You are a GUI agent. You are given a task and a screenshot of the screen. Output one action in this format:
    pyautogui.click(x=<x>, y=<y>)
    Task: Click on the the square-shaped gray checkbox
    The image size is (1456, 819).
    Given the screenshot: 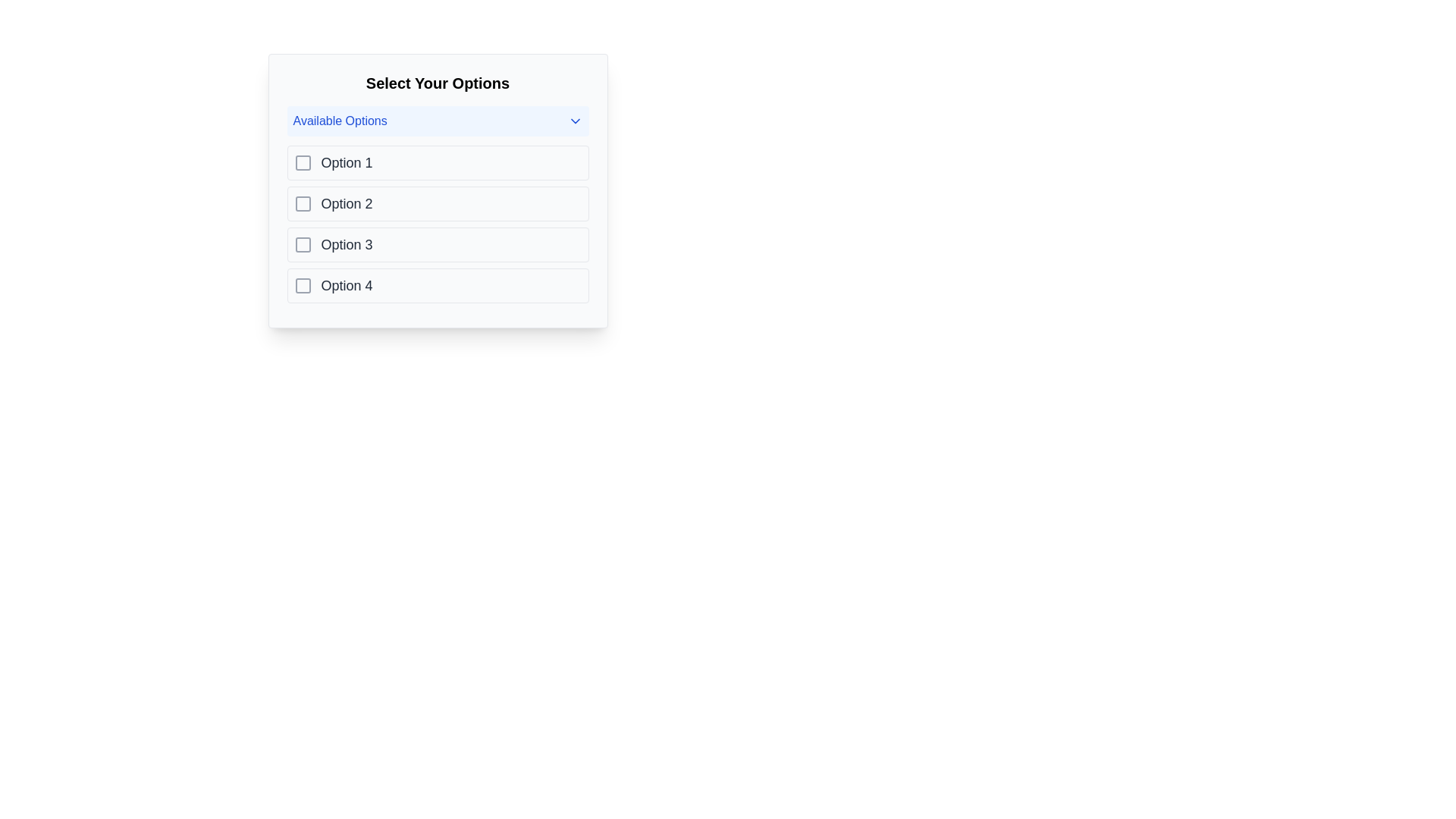 What is the action you would take?
    pyautogui.click(x=303, y=203)
    